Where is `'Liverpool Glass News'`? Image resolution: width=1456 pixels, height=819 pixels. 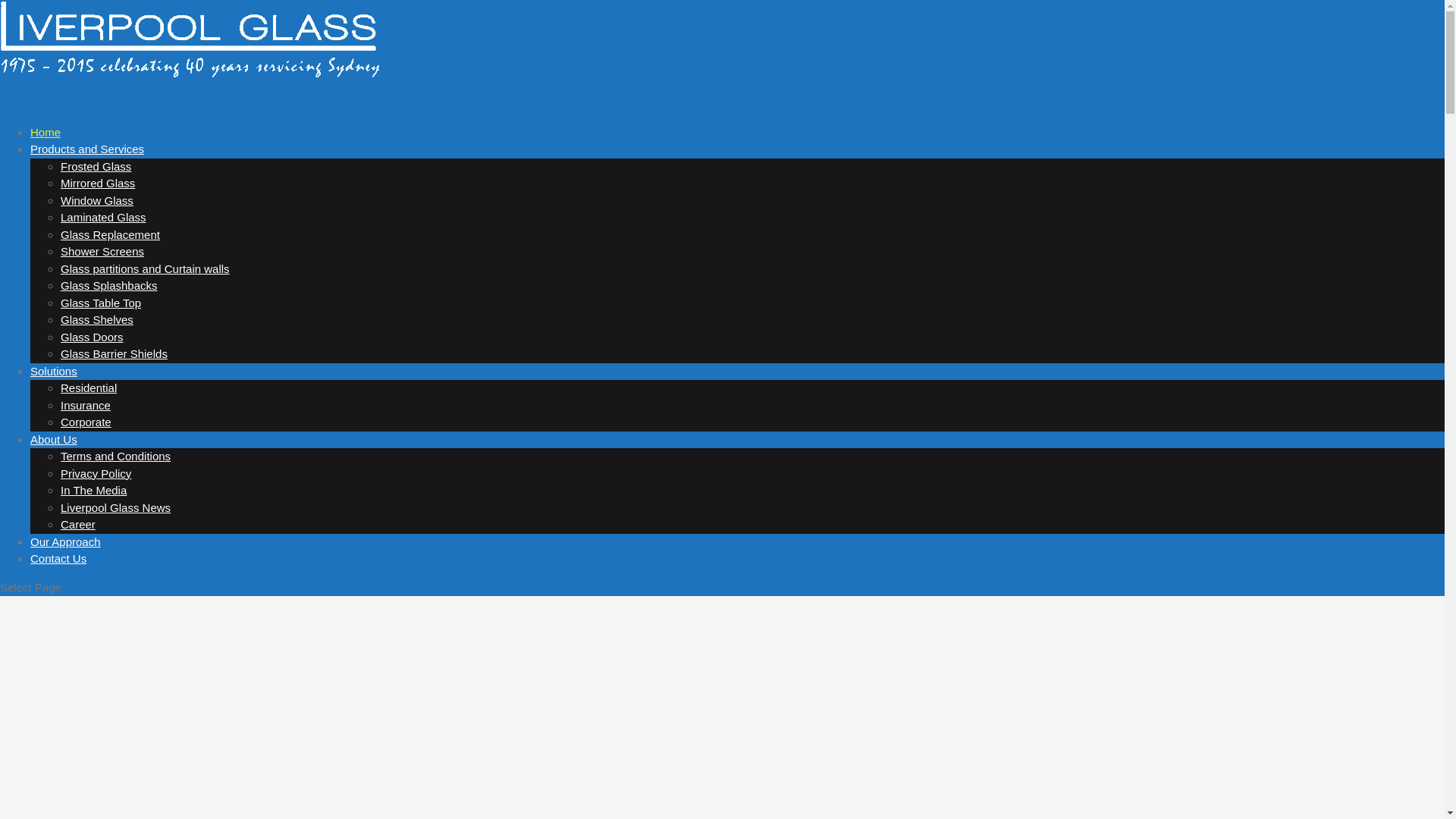
'Liverpool Glass News' is located at coordinates (61, 507).